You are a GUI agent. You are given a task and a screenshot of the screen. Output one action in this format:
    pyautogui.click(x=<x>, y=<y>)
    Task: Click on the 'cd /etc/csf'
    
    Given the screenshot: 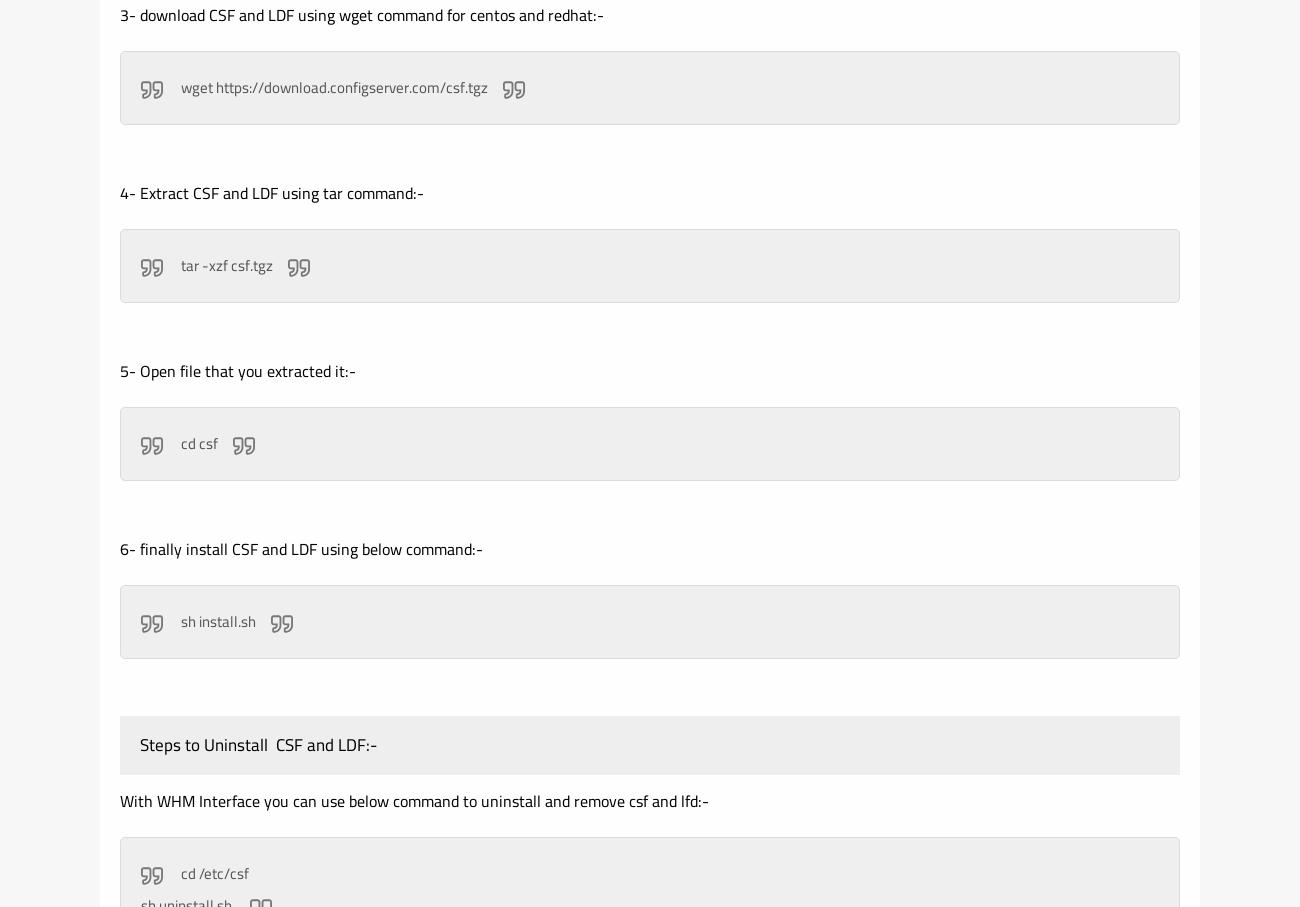 What is the action you would take?
    pyautogui.click(x=213, y=873)
    